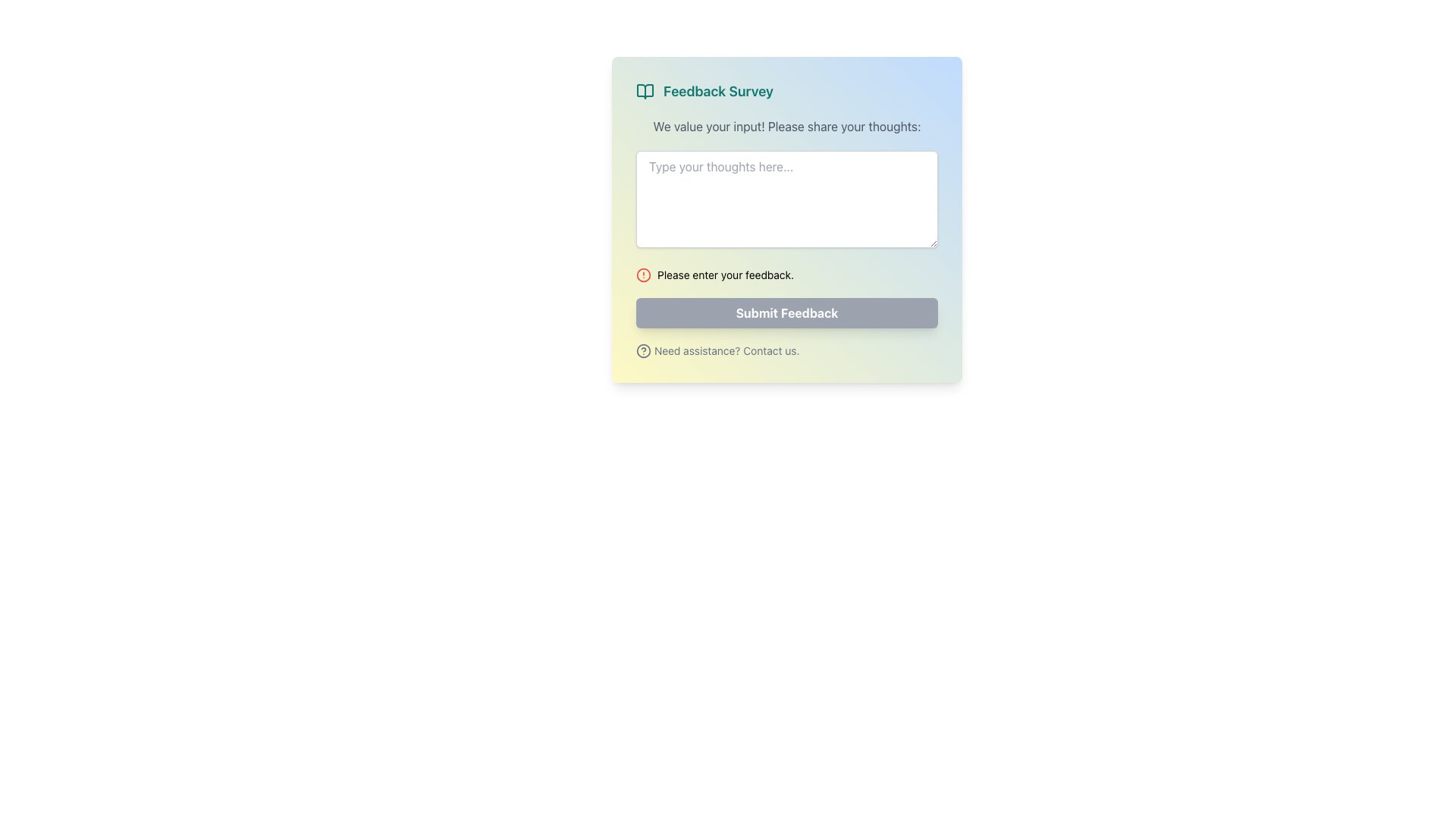  Describe the element at coordinates (644, 275) in the screenshot. I see `the circular alert icon with a red border, which is located to the left of the text 'Please enter your feedback.'` at that location.